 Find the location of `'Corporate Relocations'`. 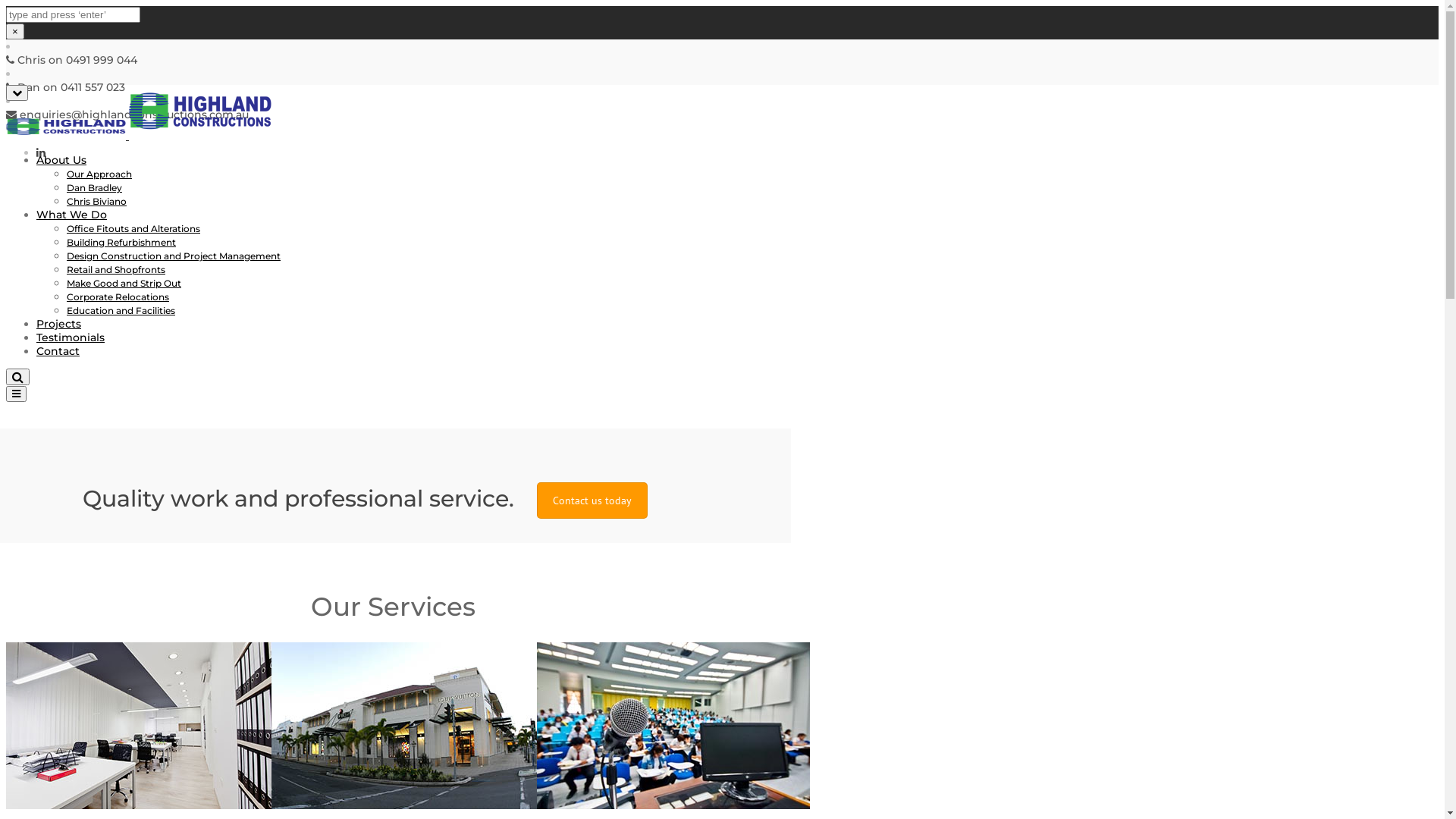

'Corporate Relocations' is located at coordinates (117, 297).